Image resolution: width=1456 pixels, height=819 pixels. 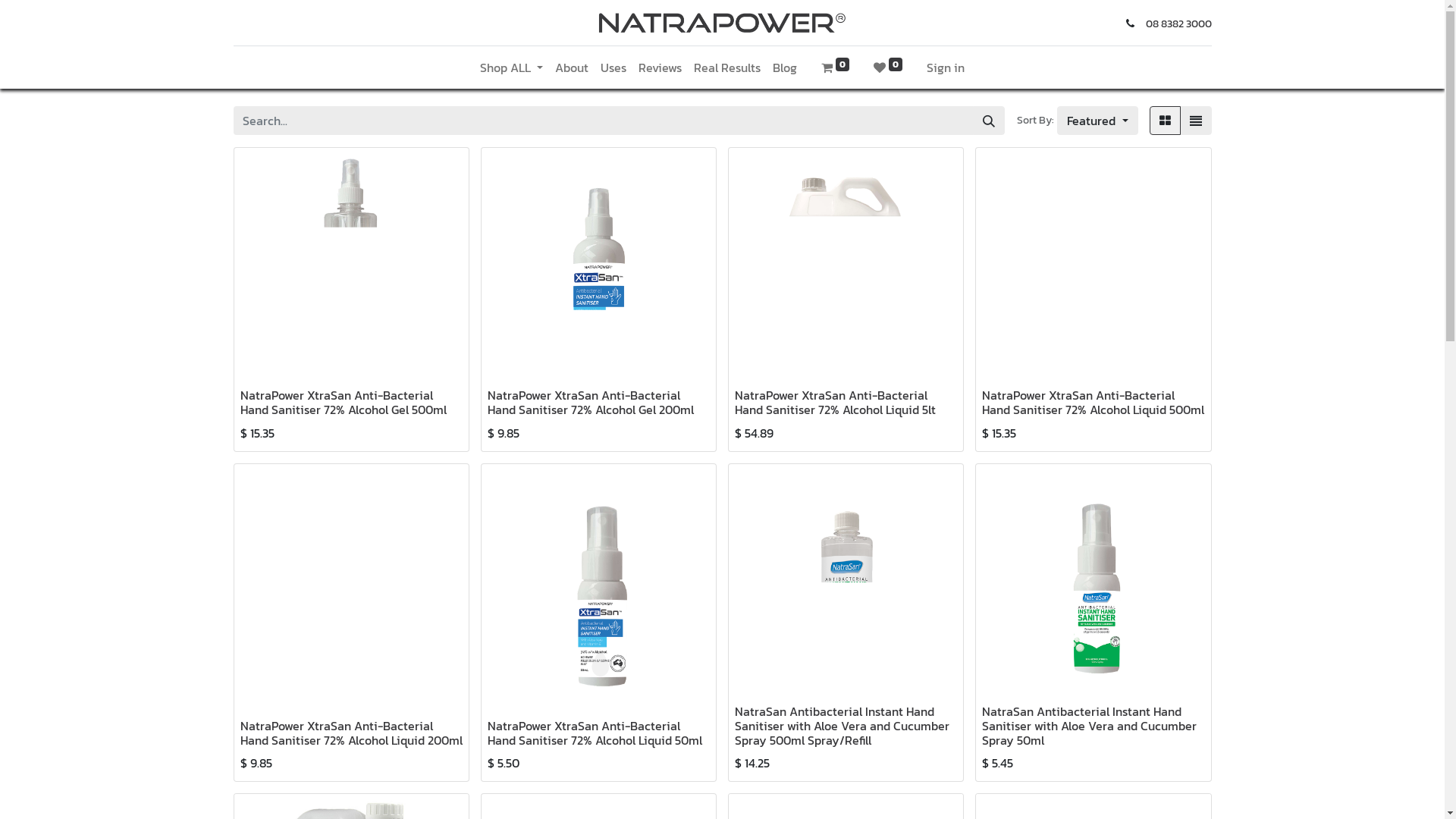 What do you see at coordinates (726, 66) in the screenshot?
I see `'Real Results'` at bounding box center [726, 66].